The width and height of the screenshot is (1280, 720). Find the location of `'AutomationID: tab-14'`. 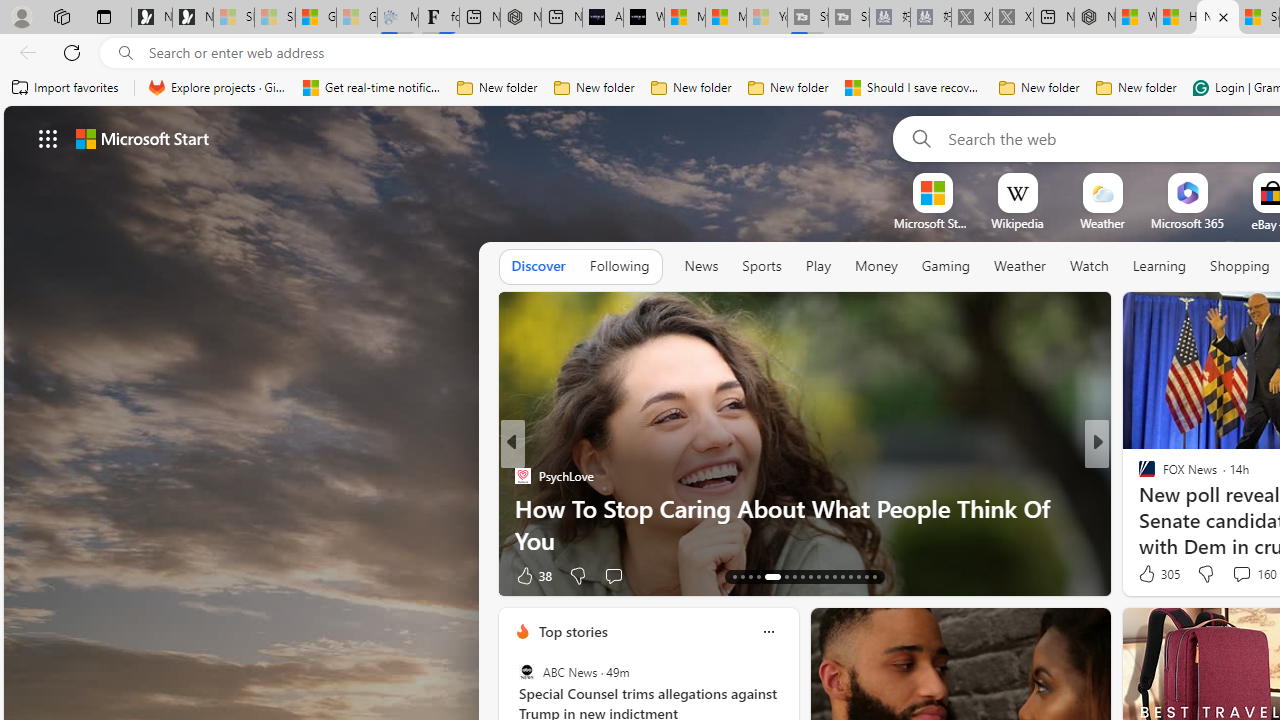

'AutomationID: tab-14' is located at coordinates (742, 577).